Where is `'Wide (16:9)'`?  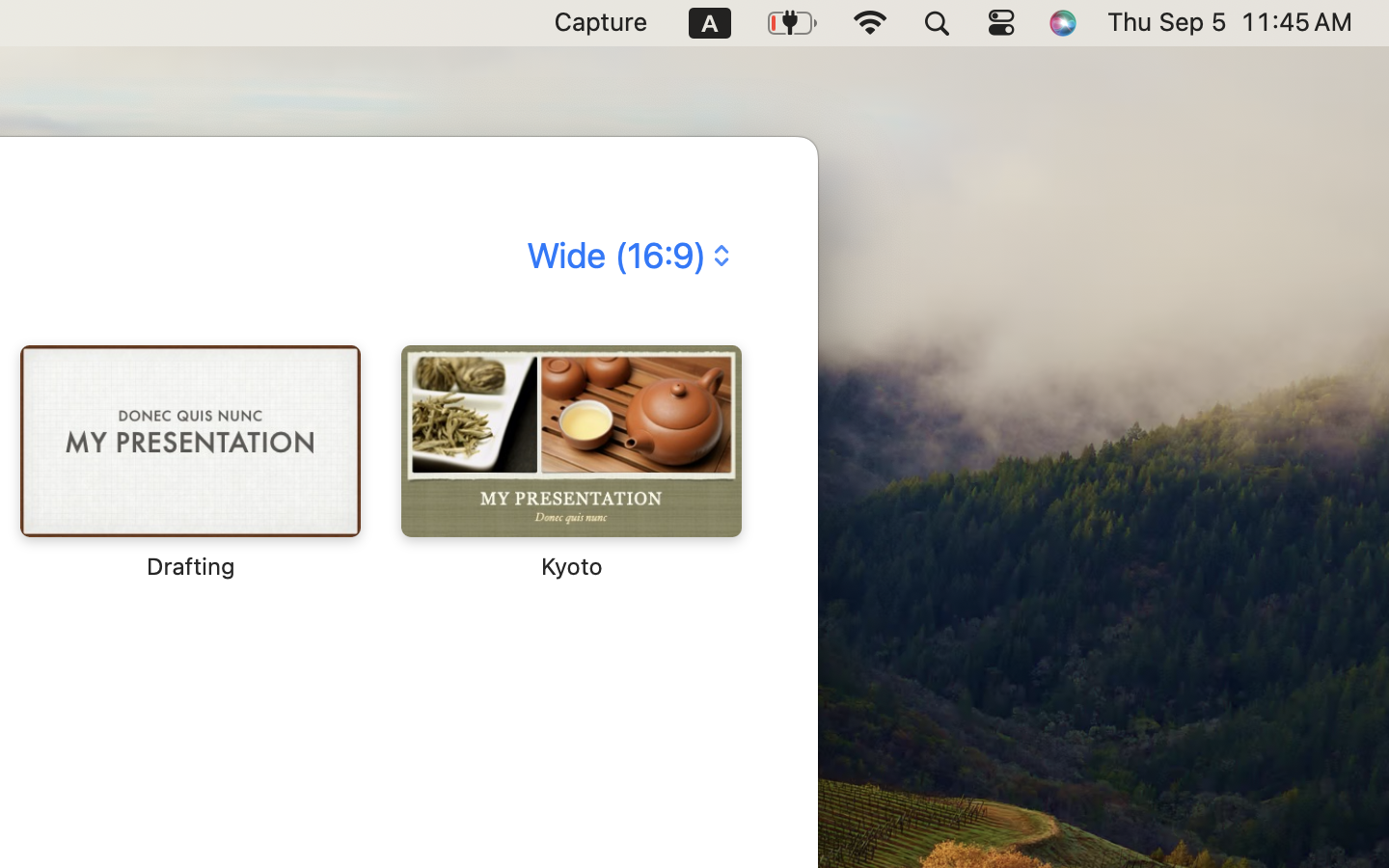 'Wide (16:9)' is located at coordinates (625, 254).